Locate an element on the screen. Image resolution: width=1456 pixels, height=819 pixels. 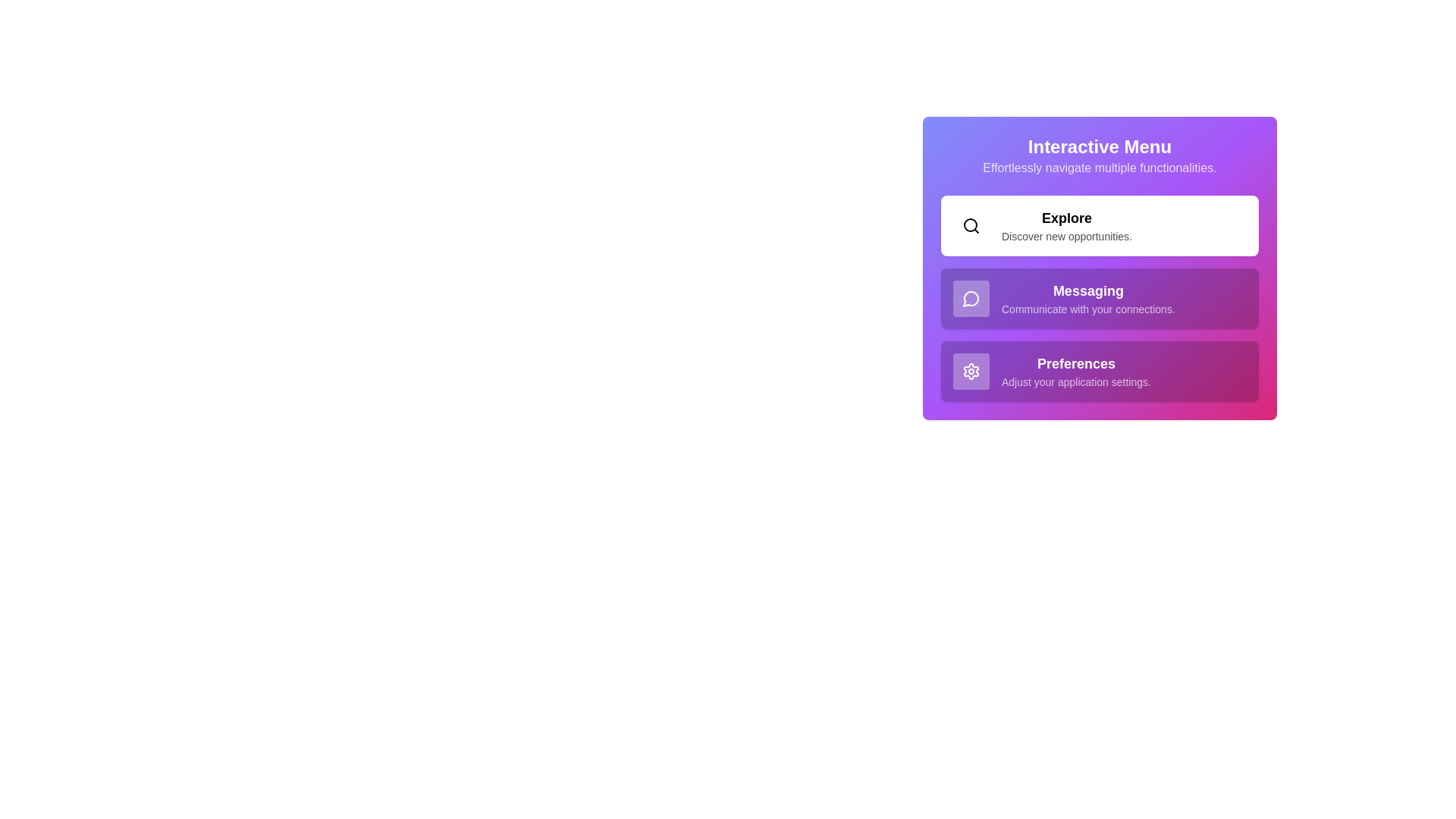
the menu item corresponding to Explore to observe its hover effect is located at coordinates (1100, 225).